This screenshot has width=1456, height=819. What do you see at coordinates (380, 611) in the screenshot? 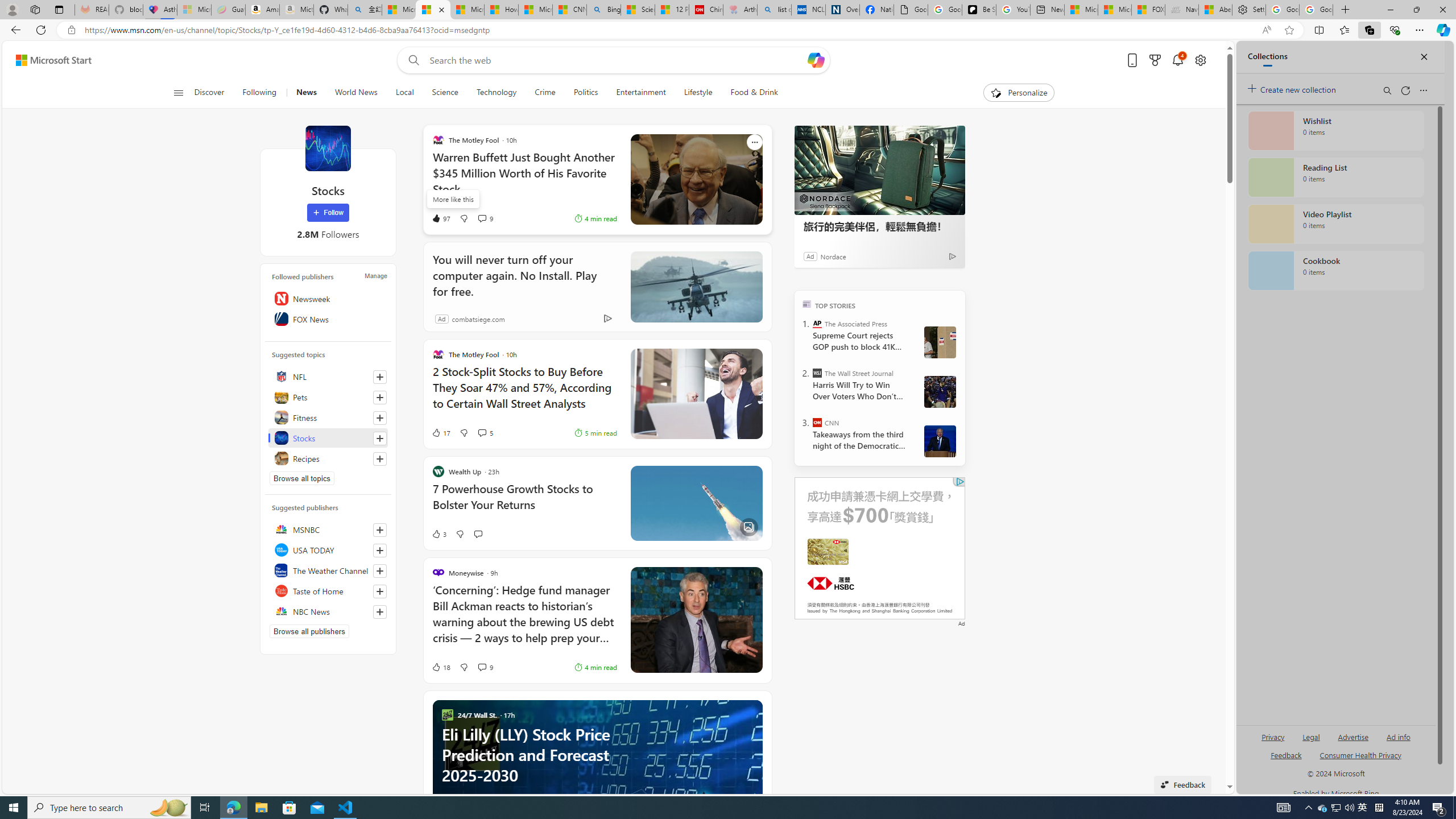
I see `'Follow this source'` at bounding box center [380, 611].